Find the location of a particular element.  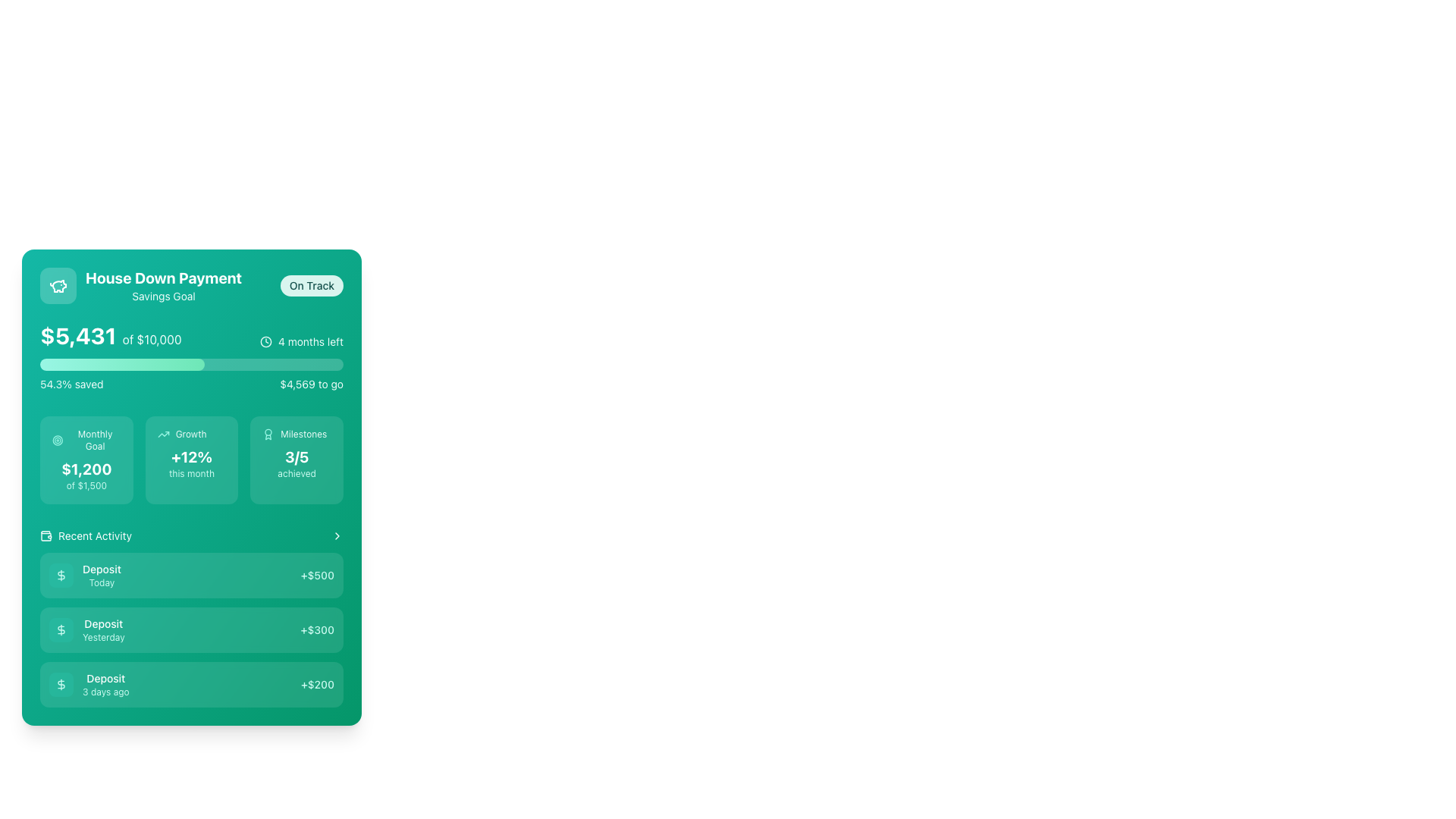

the descriptive text label located in the 'Milestones' section, positioned directly below the milestone progress indicator '3/5' is located at coordinates (297, 472).